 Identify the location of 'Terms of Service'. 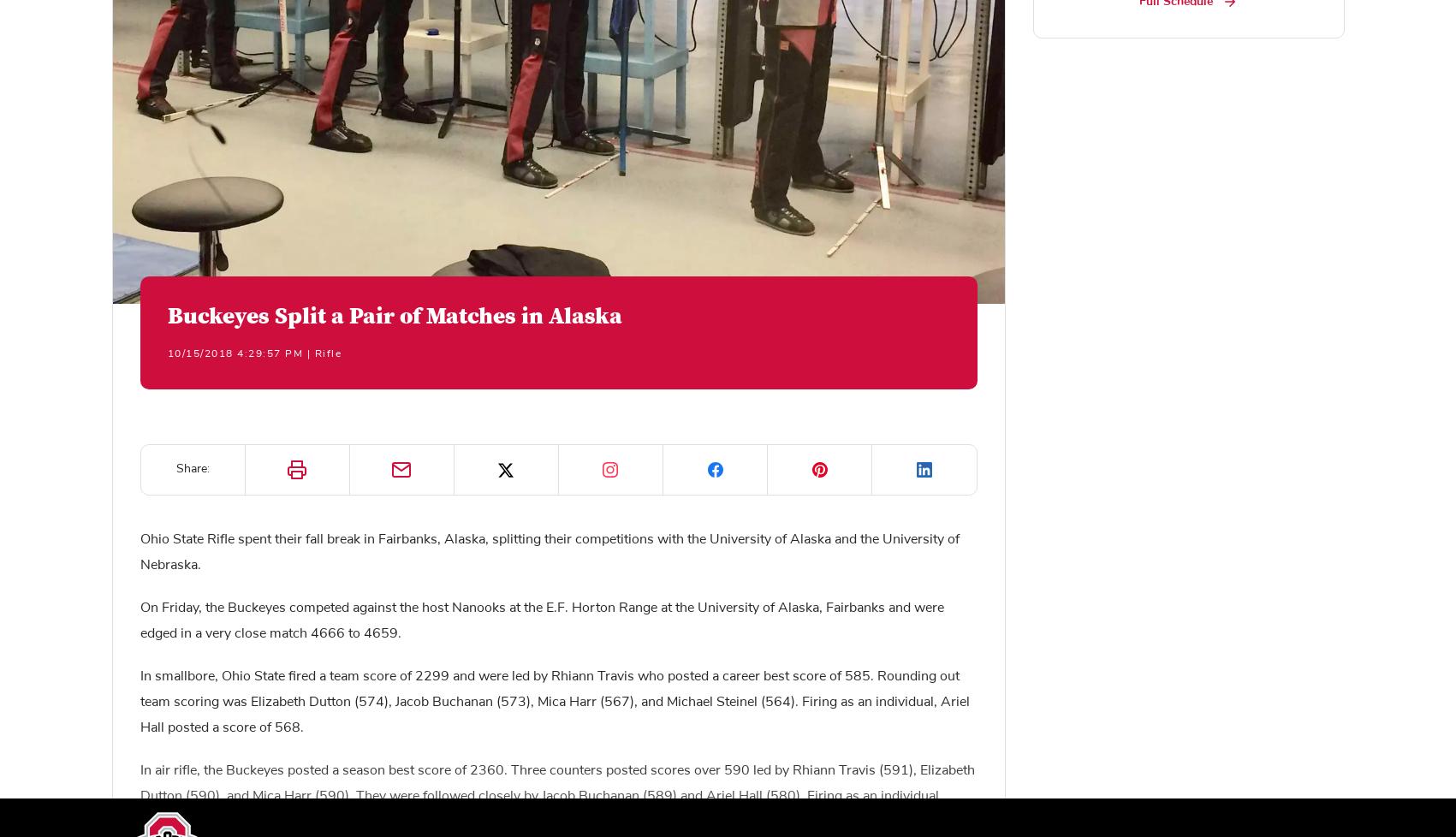
(175, 794).